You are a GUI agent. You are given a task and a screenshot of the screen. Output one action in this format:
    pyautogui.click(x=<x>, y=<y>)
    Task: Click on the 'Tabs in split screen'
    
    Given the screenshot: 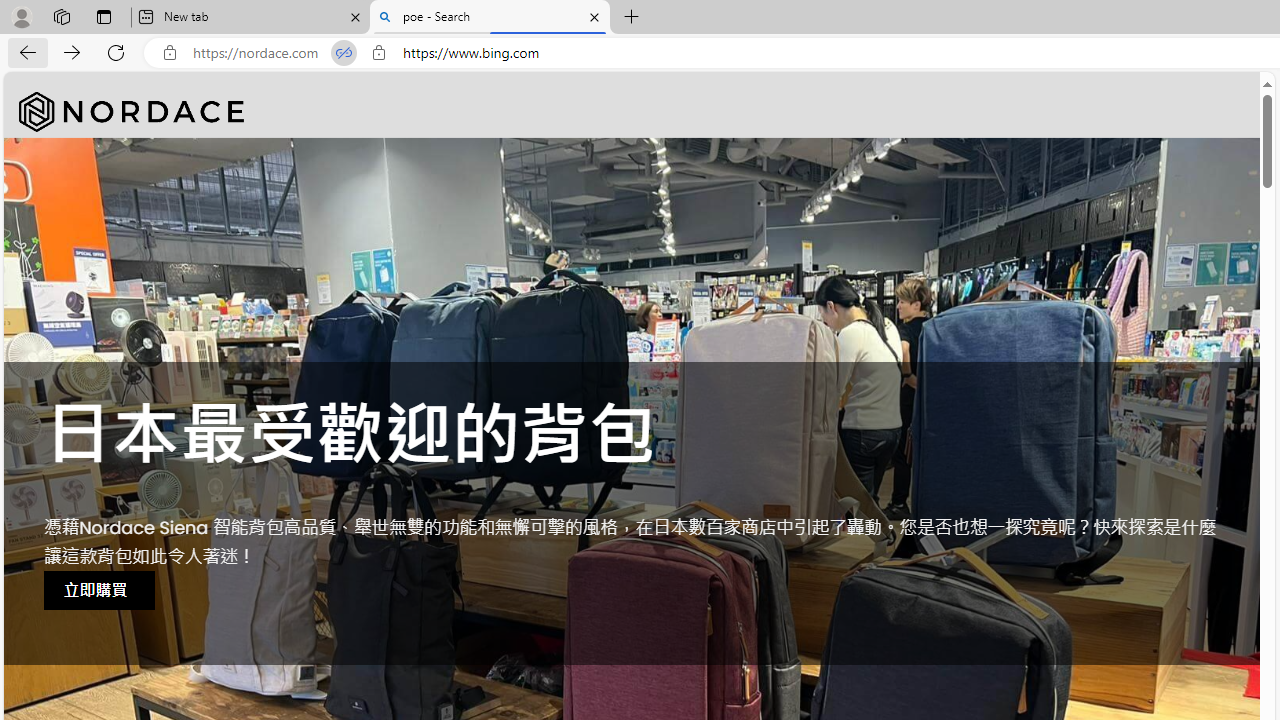 What is the action you would take?
    pyautogui.click(x=344, y=52)
    